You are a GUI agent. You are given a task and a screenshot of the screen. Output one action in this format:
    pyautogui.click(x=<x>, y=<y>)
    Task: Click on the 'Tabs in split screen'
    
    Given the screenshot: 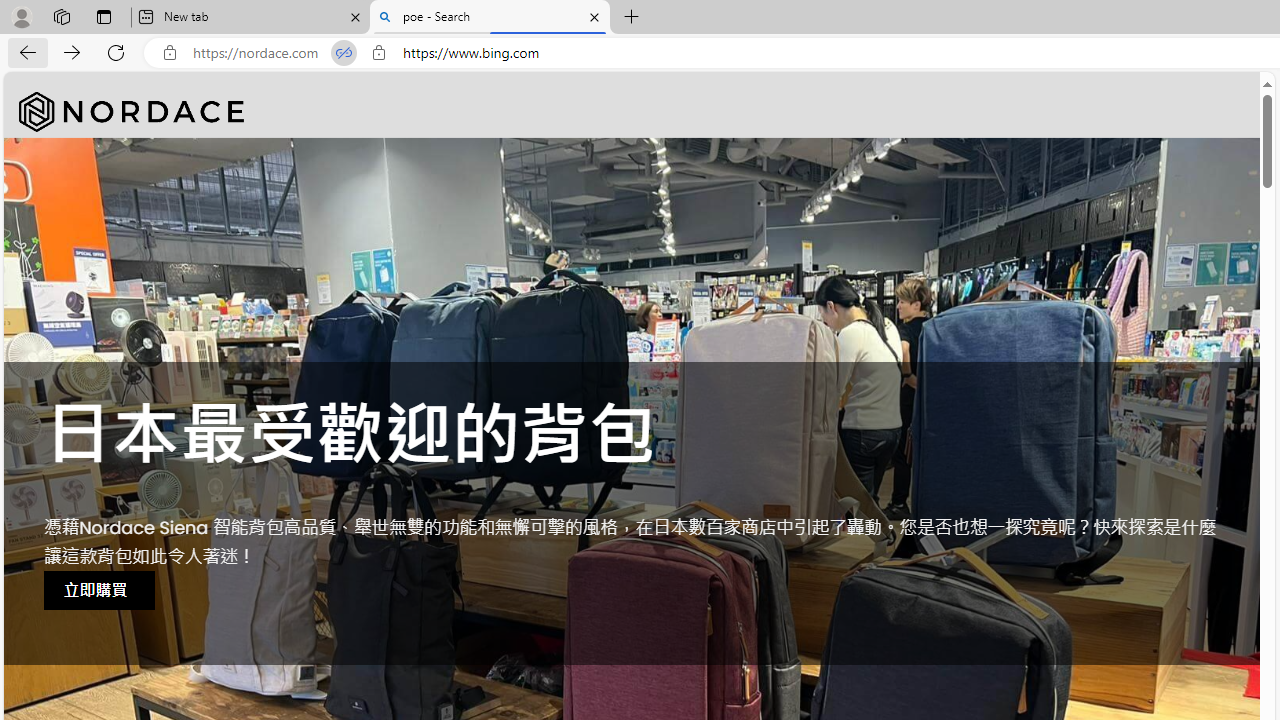 What is the action you would take?
    pyautogui.click(x=344, y=52)
    